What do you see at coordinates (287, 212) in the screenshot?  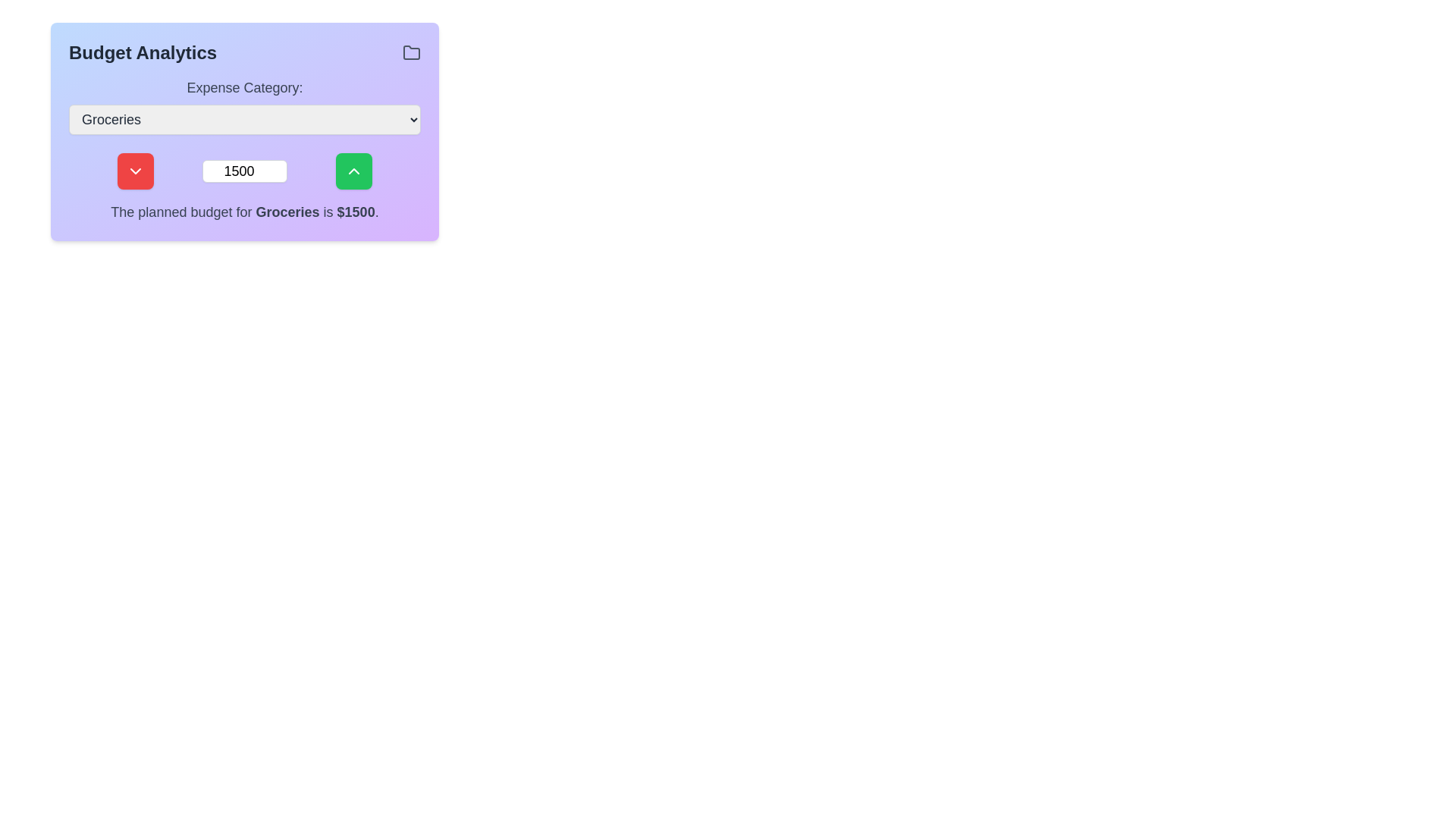 I see `the static text element that describes the category of the budget, specifically the word 'Groceries', located within the sentence 'The planned budget for Groceries is $1500.'` at bounding box center [287, 212].